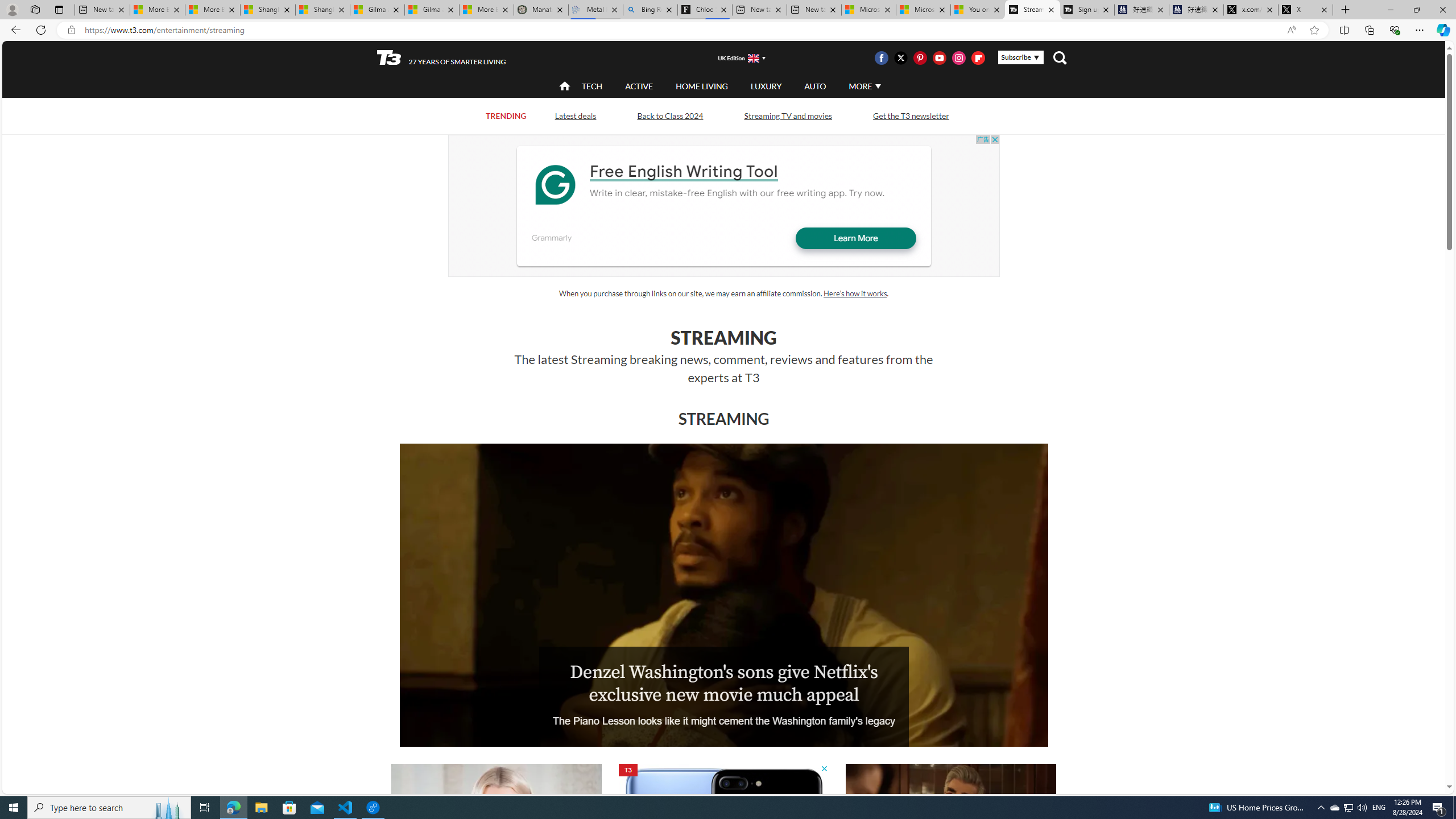 The height and width of the screenshot is (819, 1456). What do you see at coordinates (920, 57) in the screenshot?
I see `'Visit us on Pintrest'` at bounding box center [920, 57].